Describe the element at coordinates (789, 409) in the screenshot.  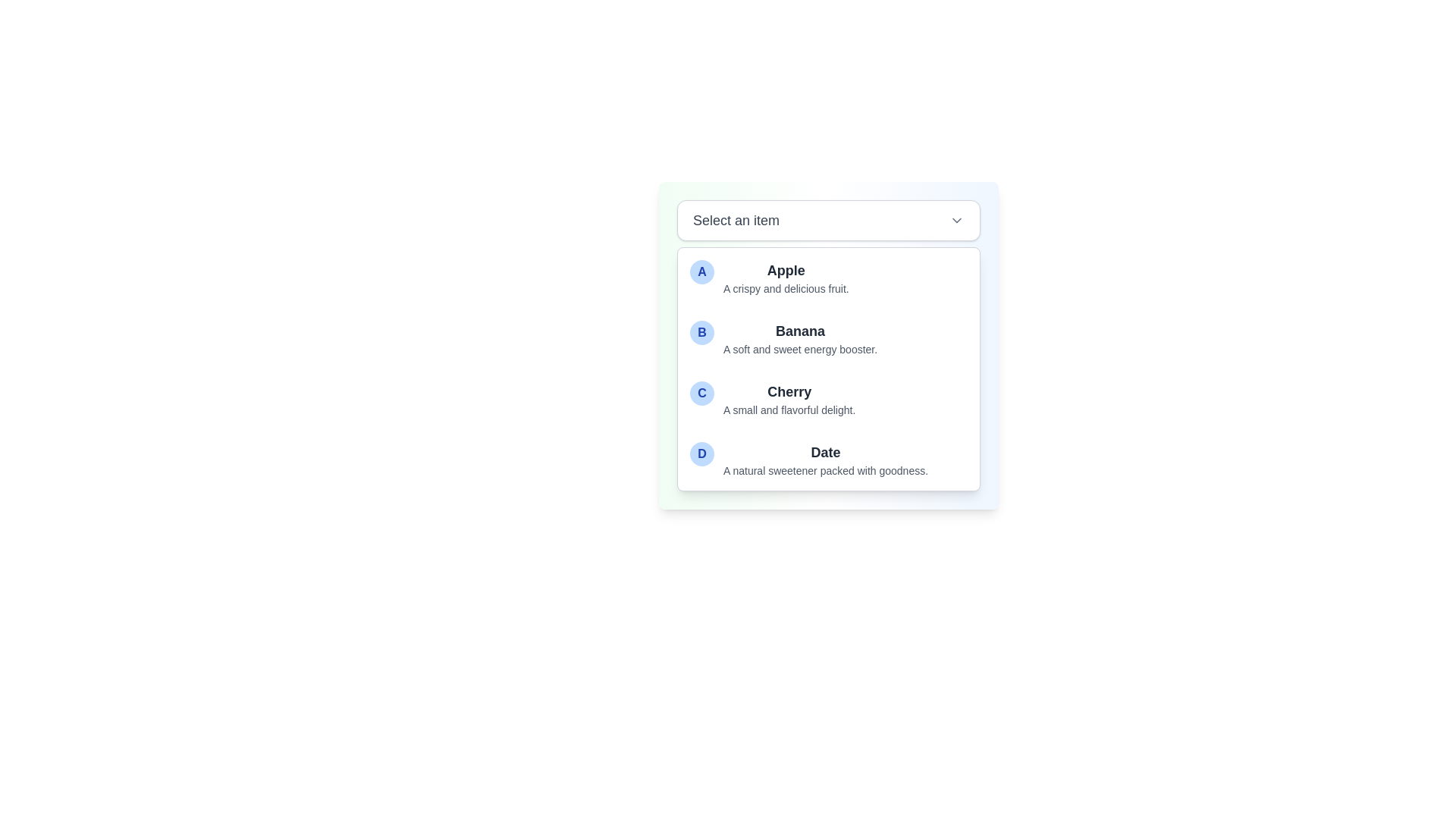
I see `the text label that contains 'A small and flavorful delight.' located below the 'Cherry' label in the dropdown menu` at that location.